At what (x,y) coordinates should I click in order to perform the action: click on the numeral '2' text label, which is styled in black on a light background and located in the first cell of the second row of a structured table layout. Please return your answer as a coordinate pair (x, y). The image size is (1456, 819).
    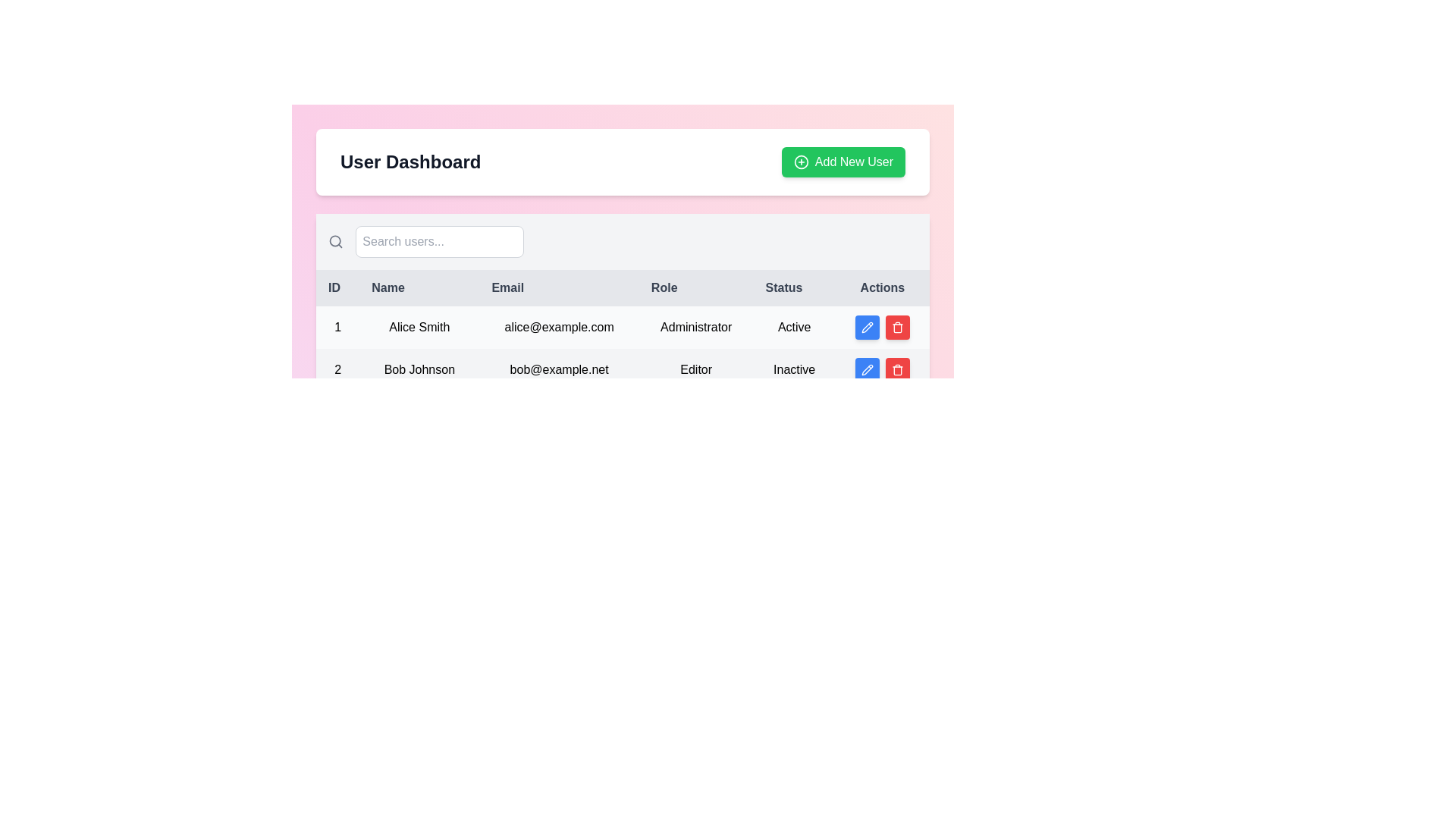
    Looking at the image, I should click on (337, 370).